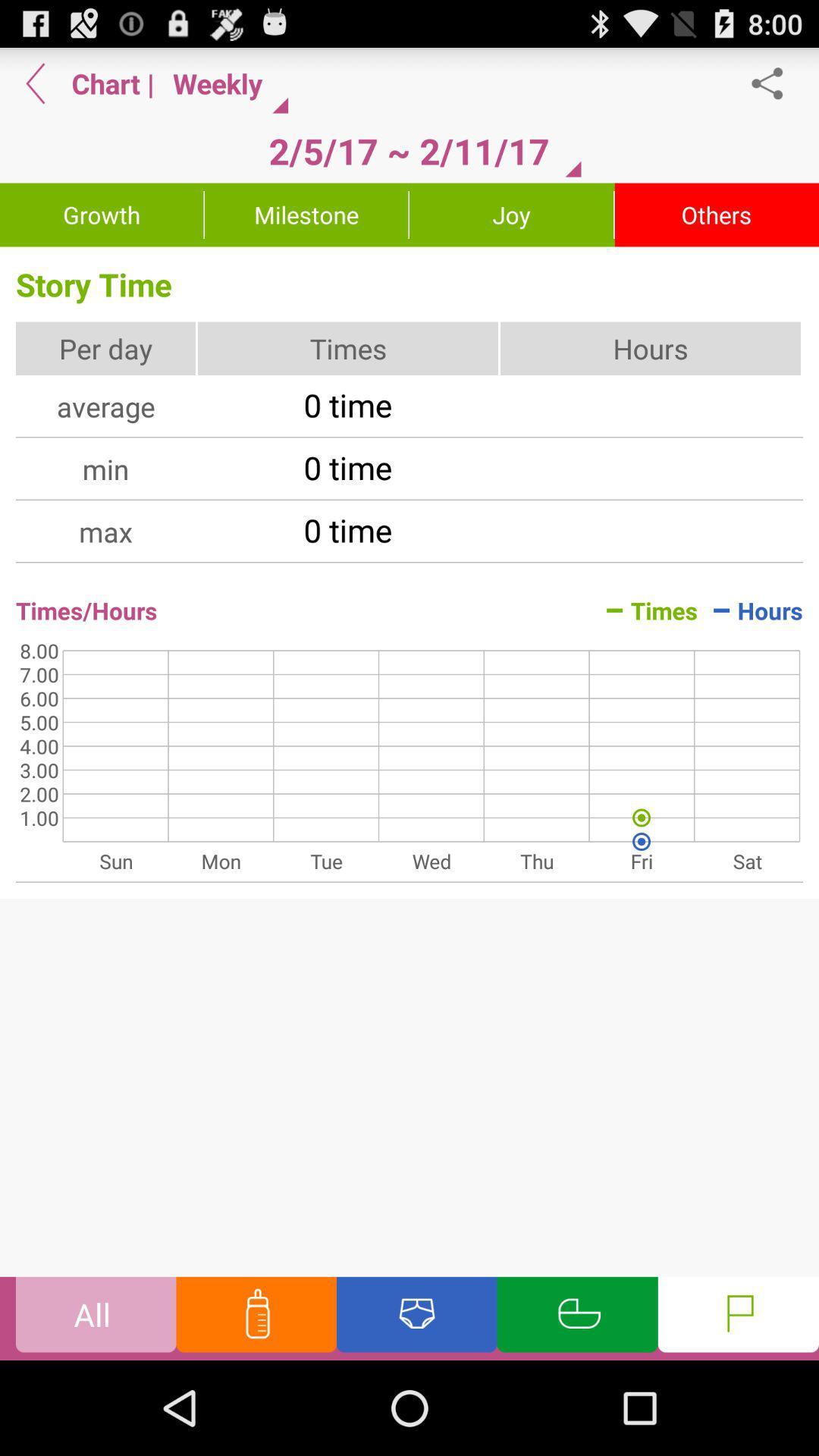 The height and width of the screenshot is (1456, 819). I want to click on the item next to the  |  app, so click(224, 83).